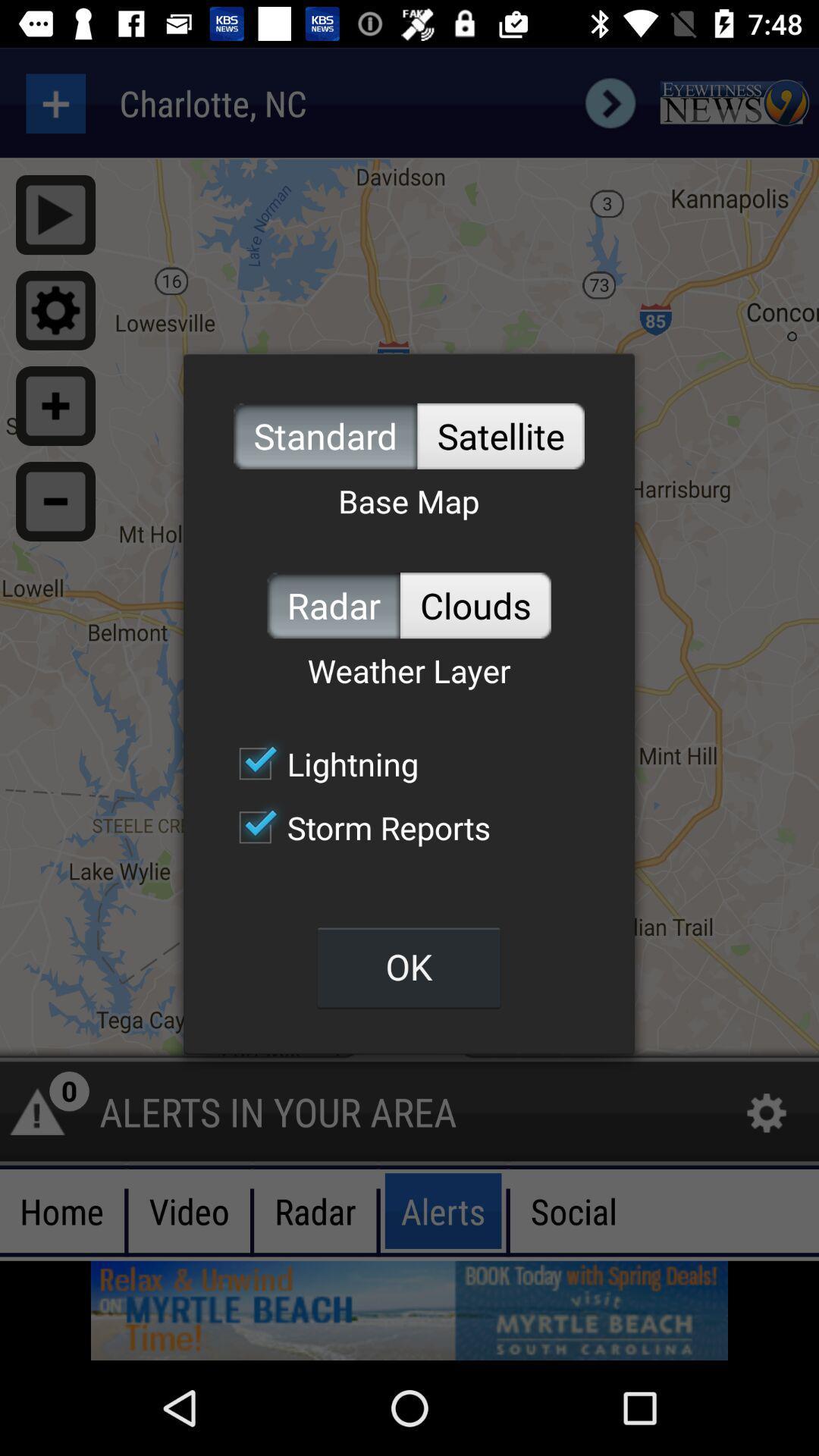 Image resolution: width=819 pixels, height=1456 pixels. What do you see at coordinates (356, 827) in the screenshot?
I see `icon below lightning item` at bounding box center [356, 827].